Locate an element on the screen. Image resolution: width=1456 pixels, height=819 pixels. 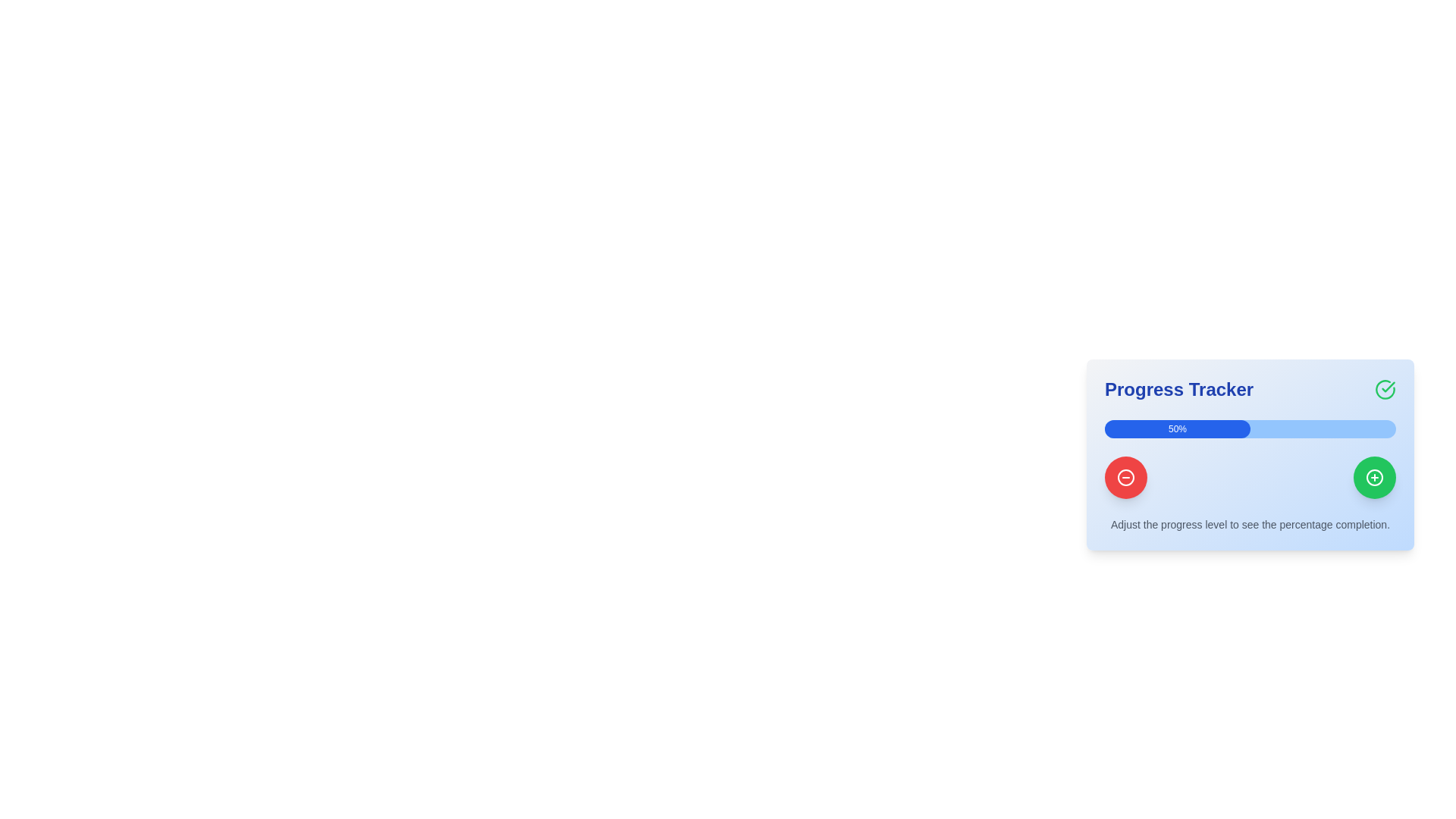
percentage value displayed on the progress bar segment, which indicates 50% completion in the 'Progress Tracker' card is located at coordinates (1177, 429).